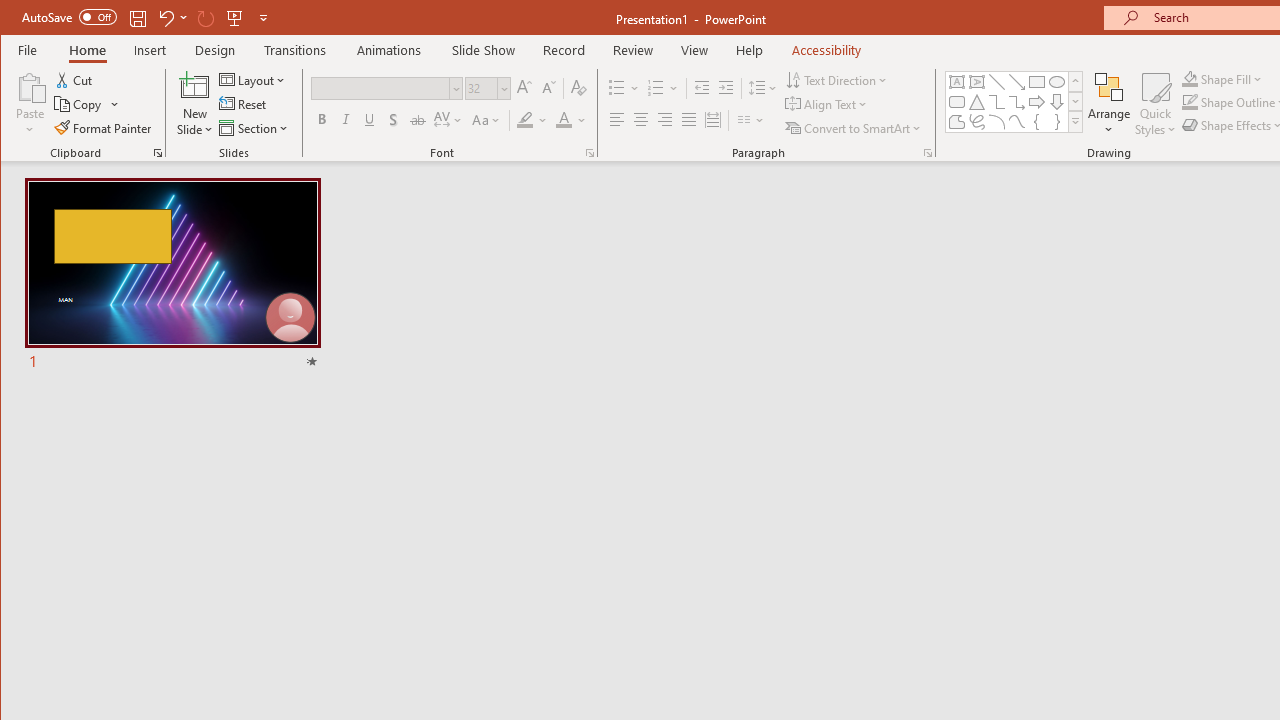 The image size is (1280, 720). I want to click on 'Font Color', so click(570, 120).